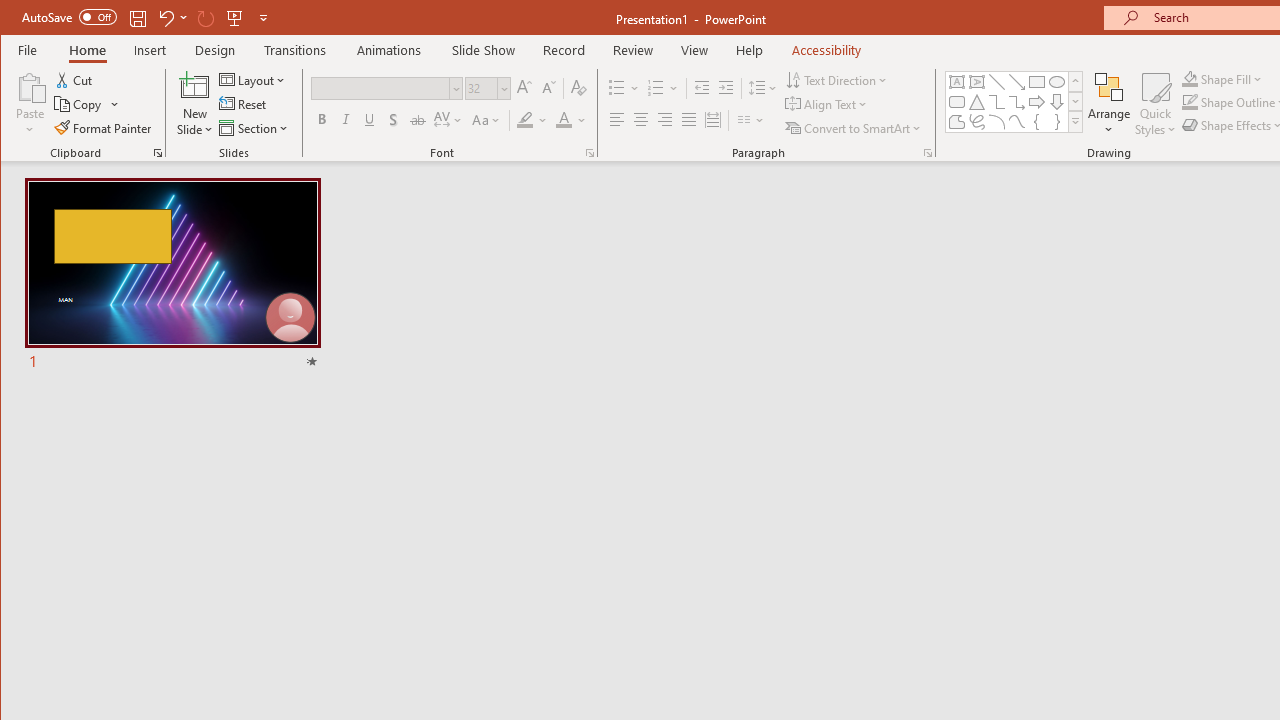 The image size is (1280, 720). I want to click on 'Font Color', so click(570, 120).